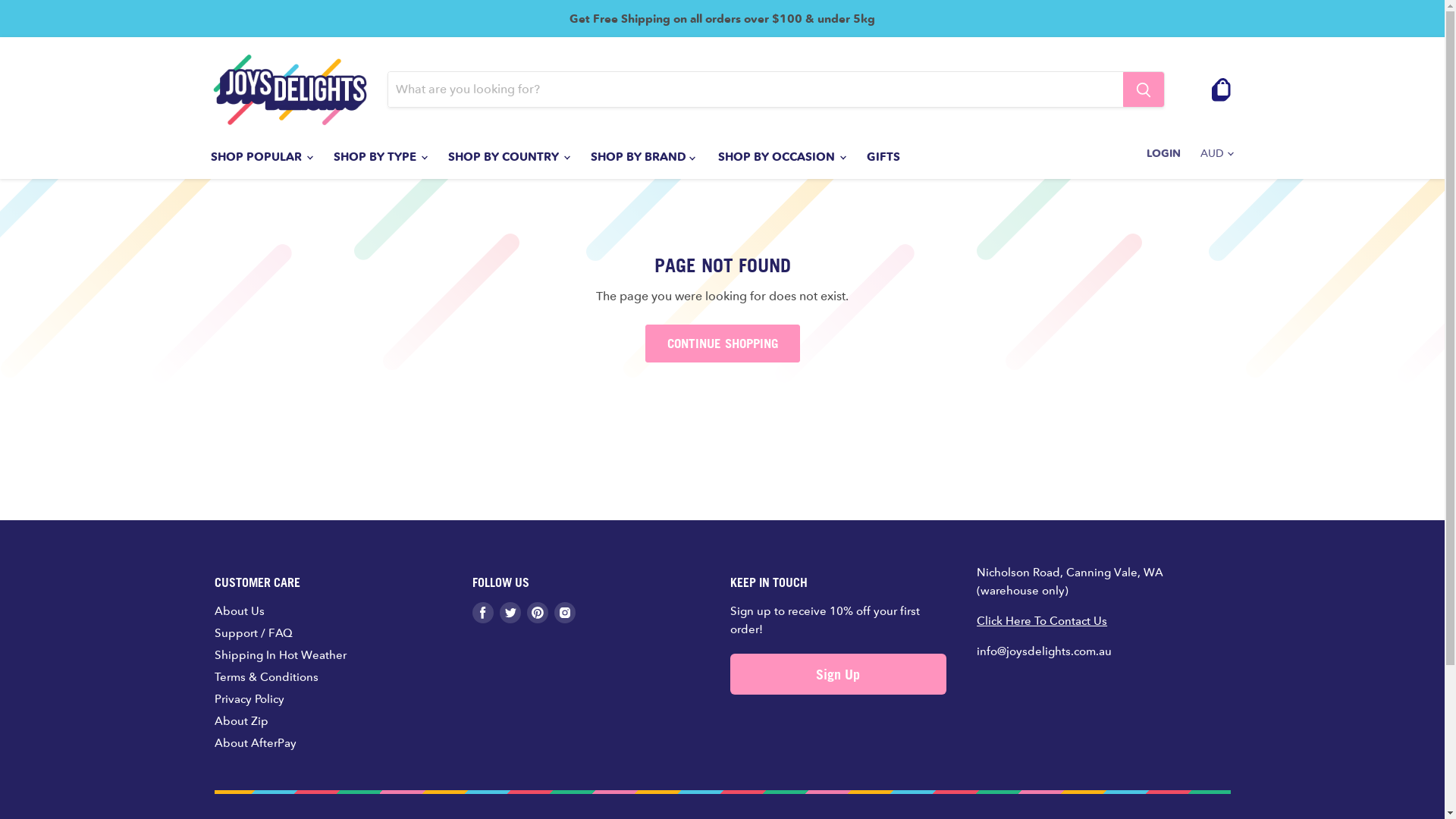  Describe the element at coordinates (240, 720) in the screenshot. I see `'About Zip'` at that location.